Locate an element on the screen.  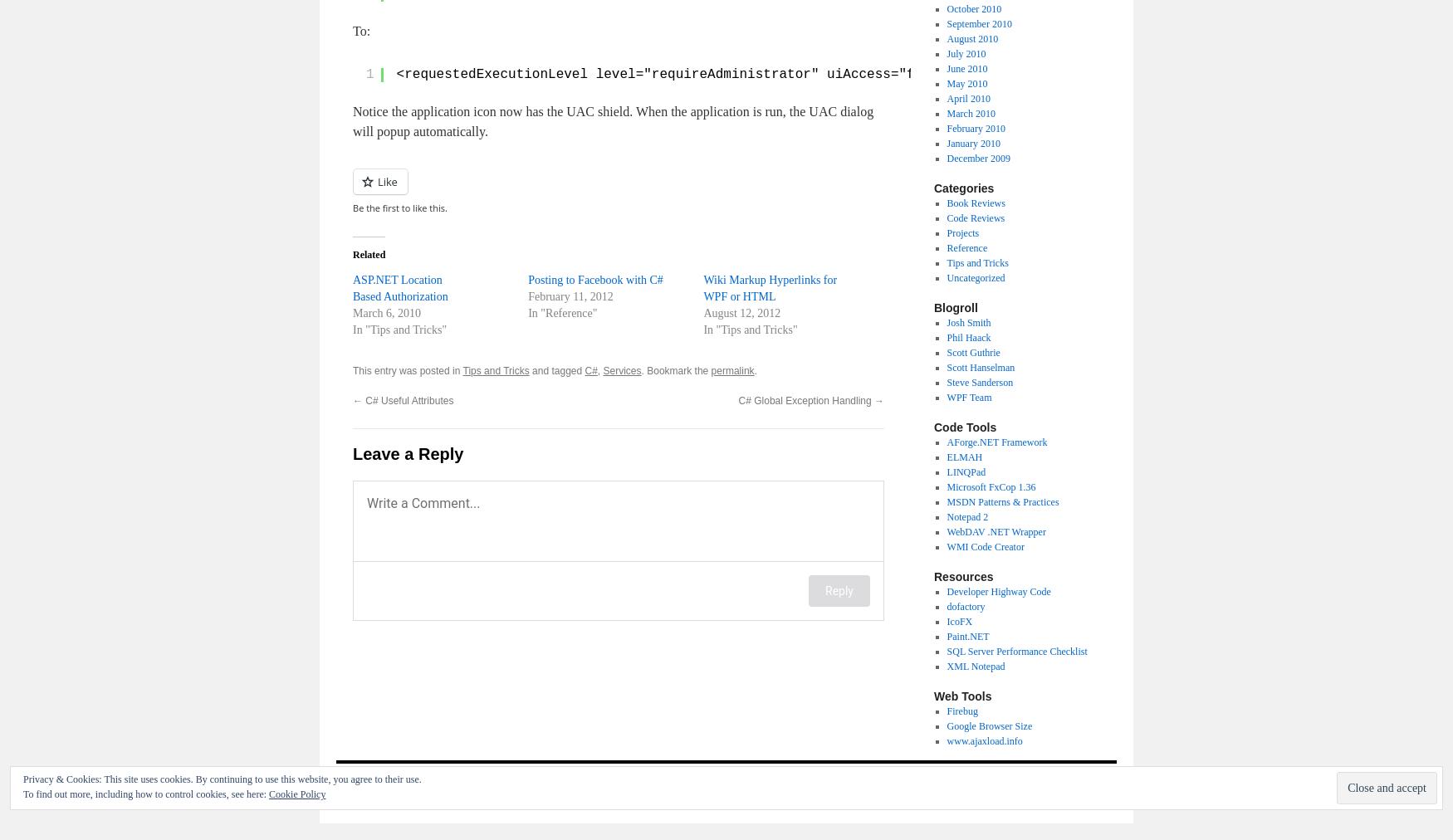
'. Bookmark the' is located at coordinates (674, 371).